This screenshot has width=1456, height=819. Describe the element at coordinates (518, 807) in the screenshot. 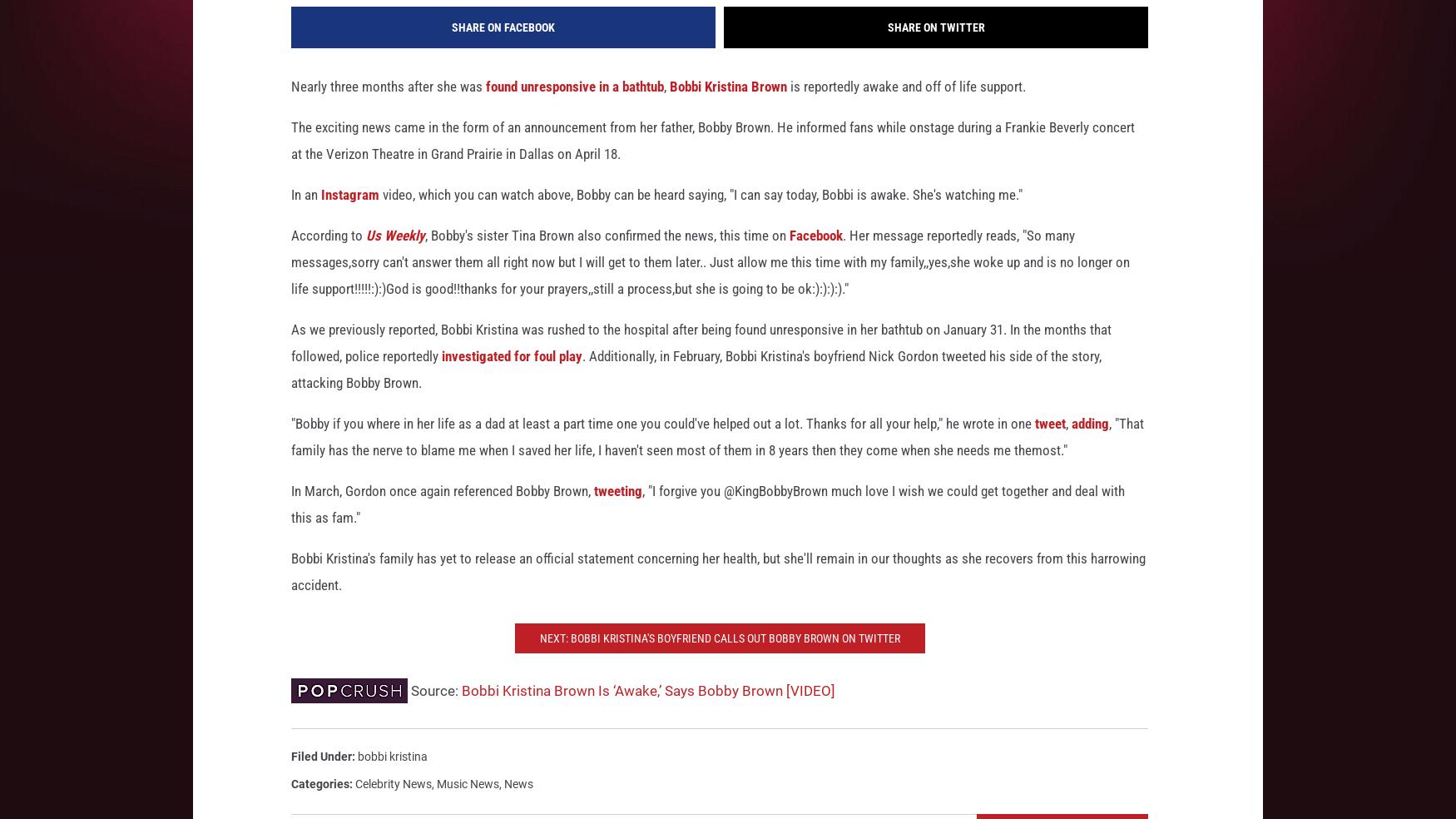

I see `'News'` at that location.